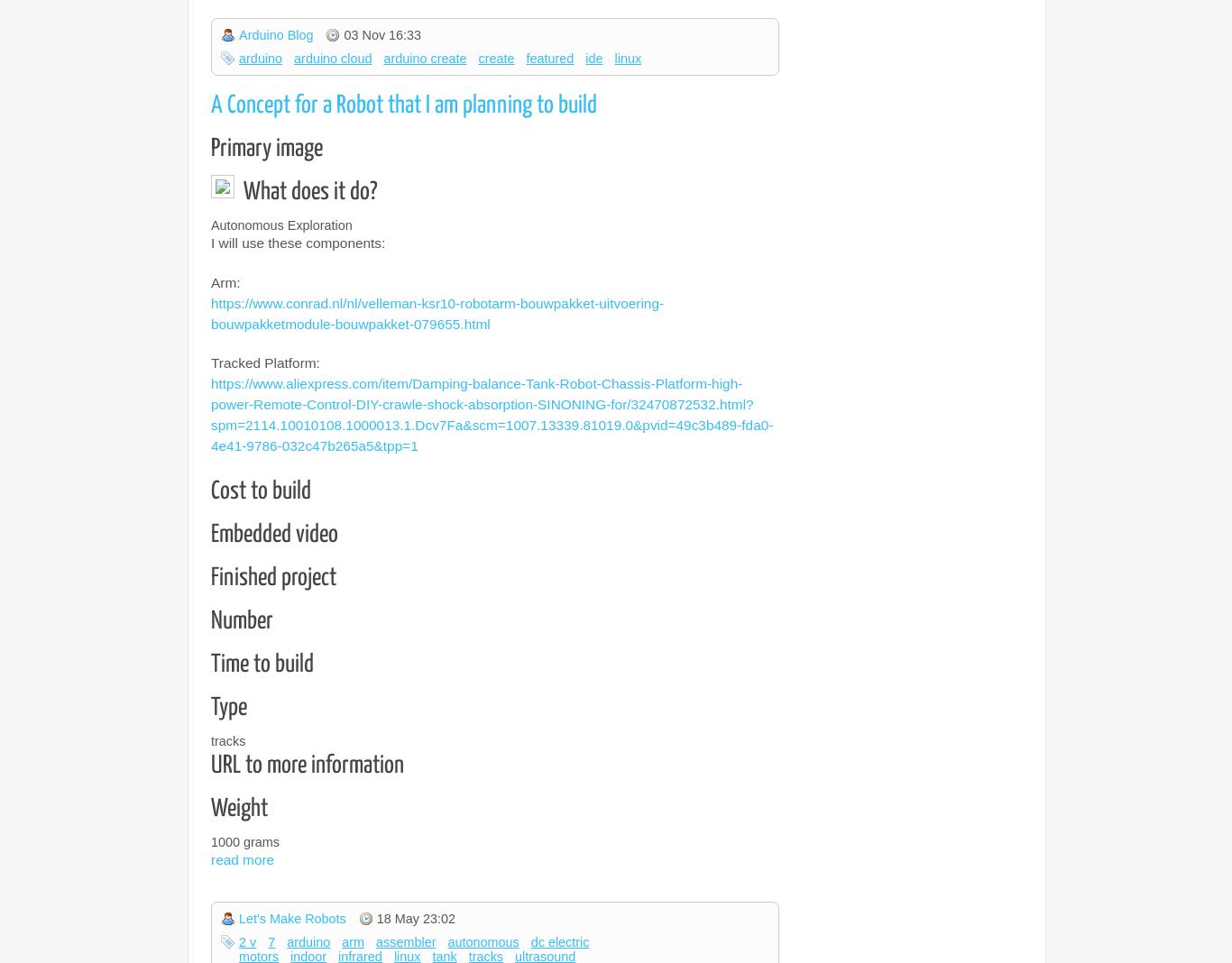 Image resolution: width=1232 pixels, height=963 pixels. What do you see at coordinates (271, 940) in the screenshot?
I see `'7'` at bounding box center [271, 940].